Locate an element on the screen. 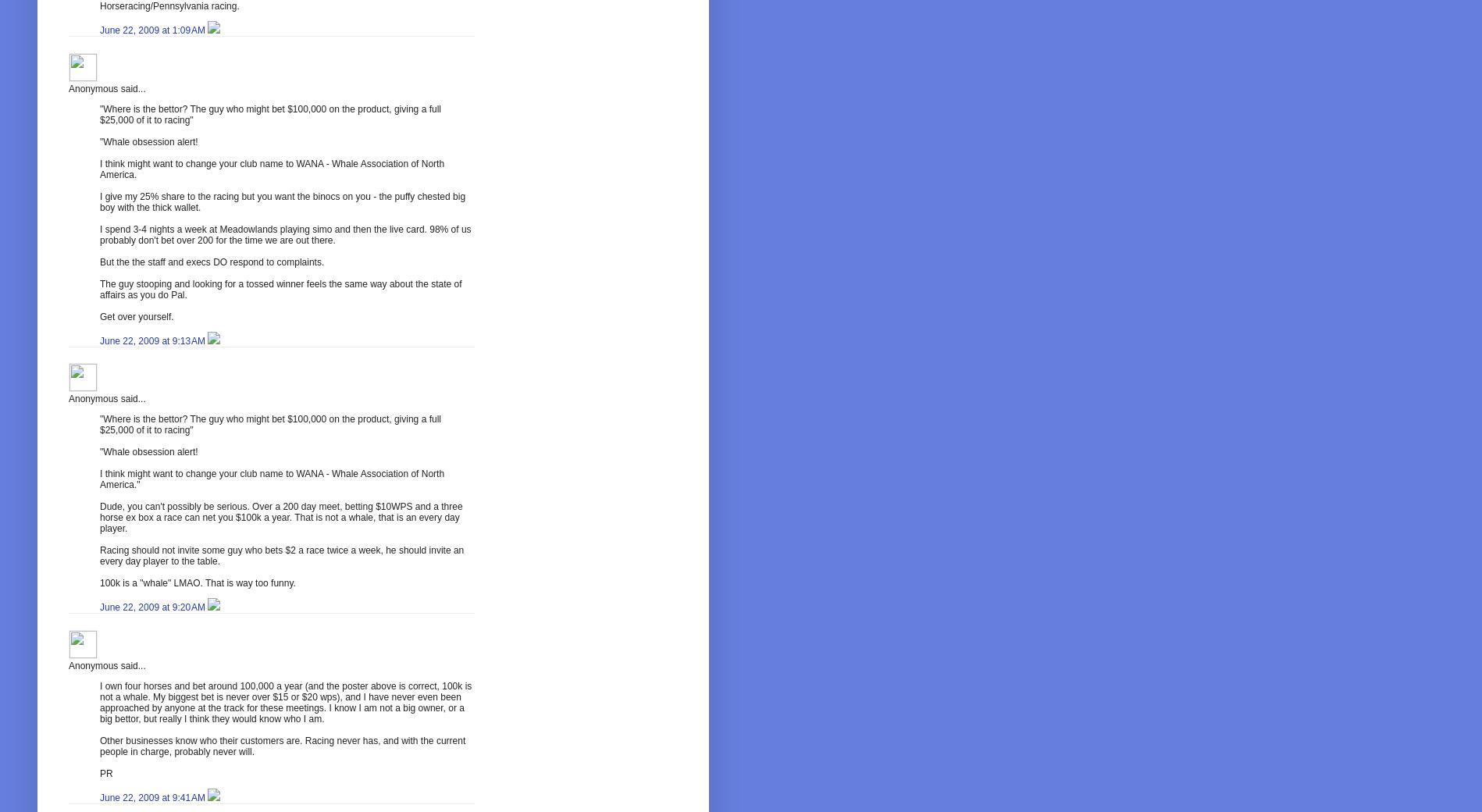 The width and height of the screenshot is (1482, 812). 'The guy stooping and looking for a tossed winner feels the same way about the state of affairs as you do Pal.' is located at coordinates (99, 288).